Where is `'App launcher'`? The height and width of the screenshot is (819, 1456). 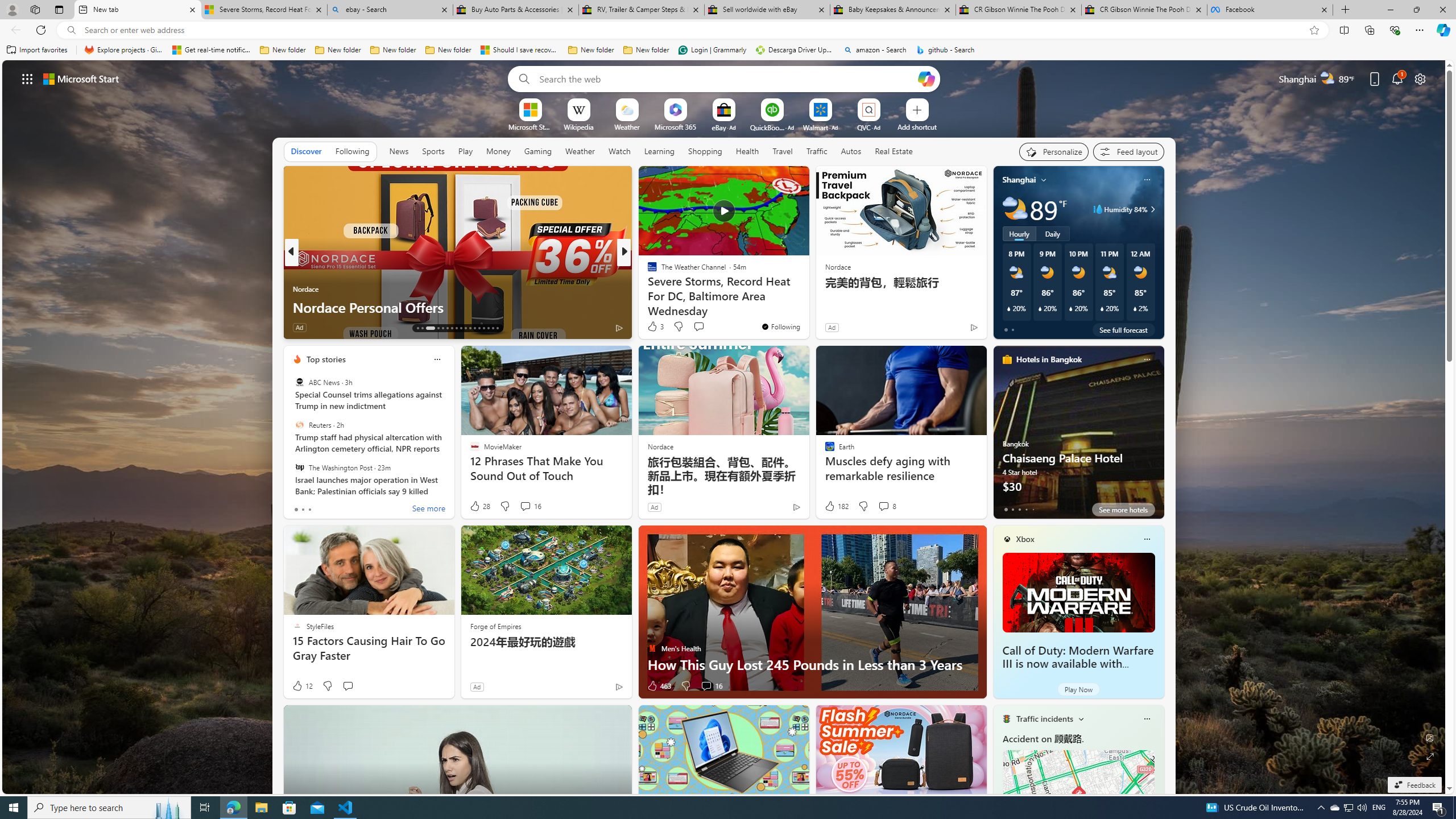 'App launcher' is located at coordinates (27, 78).